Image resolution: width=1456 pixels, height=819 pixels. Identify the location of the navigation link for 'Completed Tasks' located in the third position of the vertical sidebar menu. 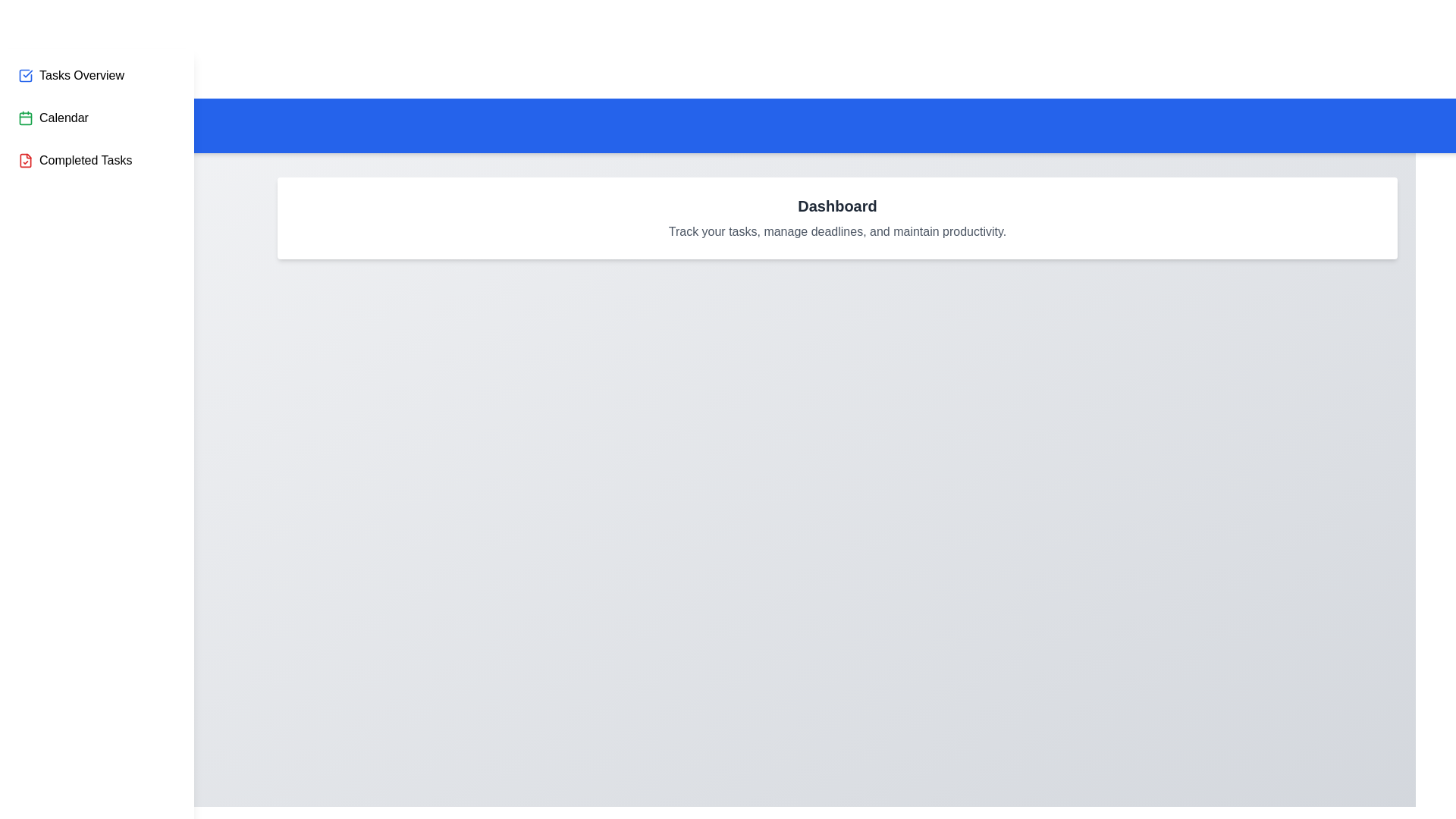
(74, 161).